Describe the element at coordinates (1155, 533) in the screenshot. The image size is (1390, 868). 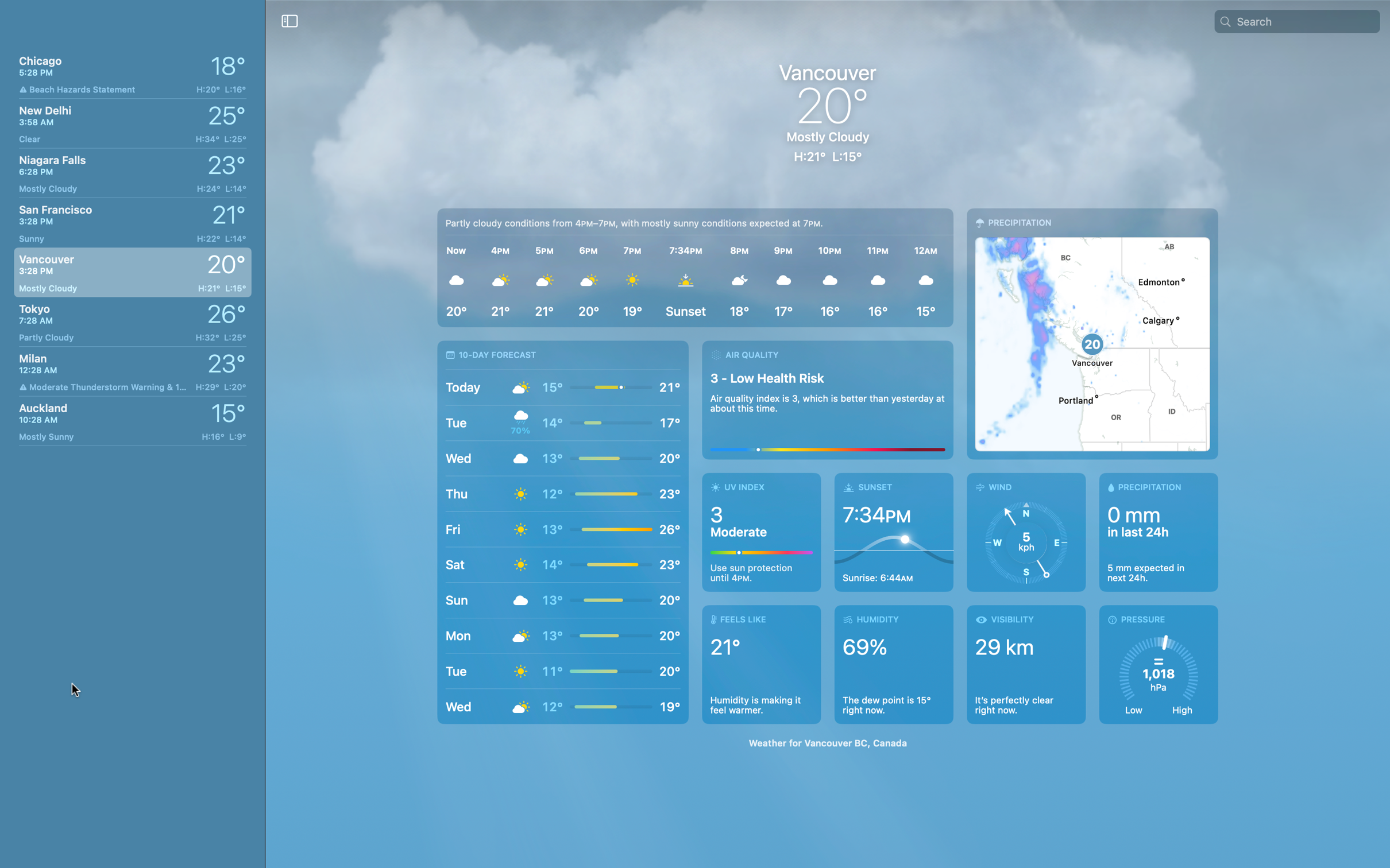
I see `Verify the rain condition in Vancouver` at that location.